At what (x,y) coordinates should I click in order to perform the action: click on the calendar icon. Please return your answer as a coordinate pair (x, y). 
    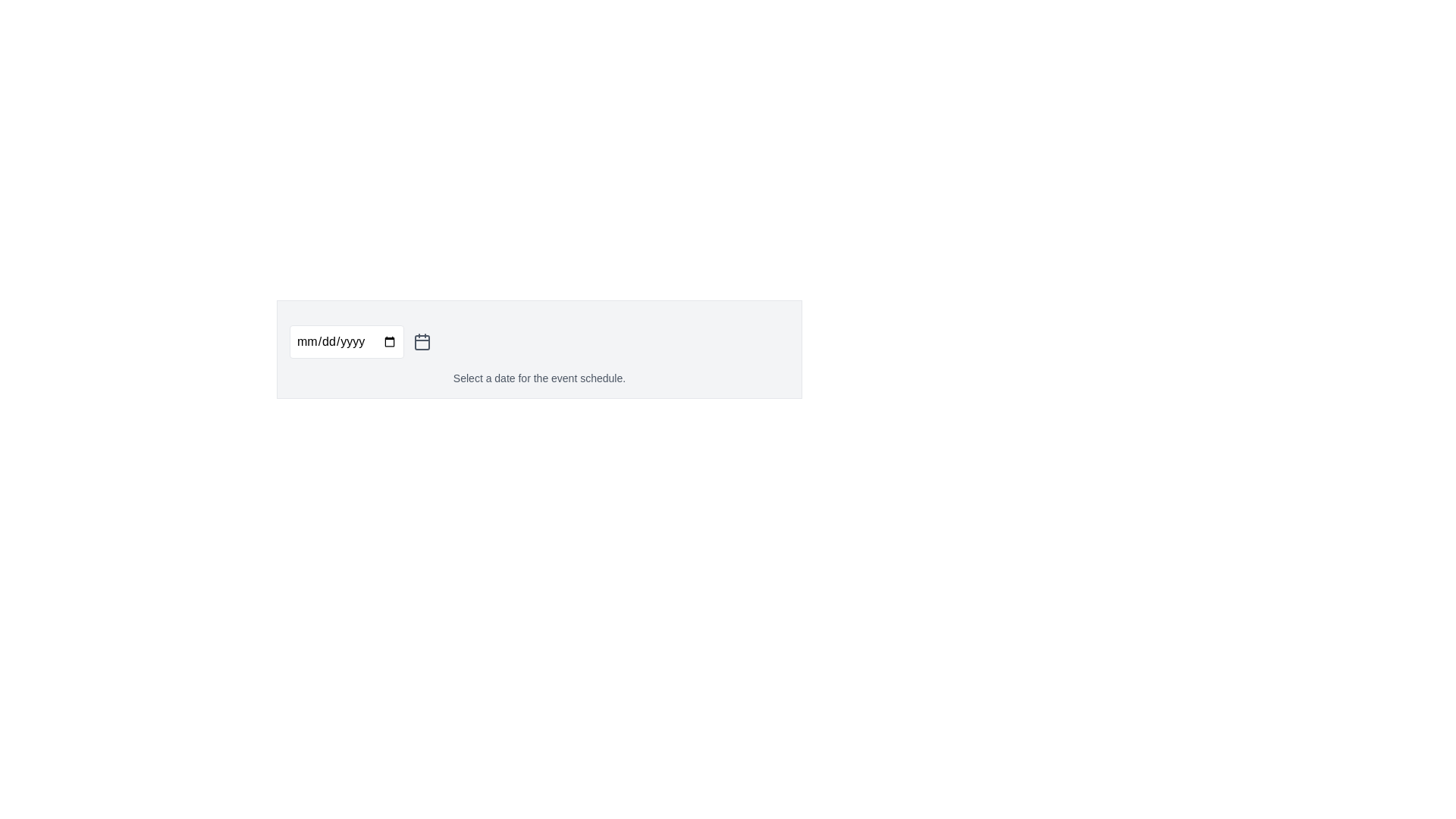
    Looking at the image, I should click on (422, 342).